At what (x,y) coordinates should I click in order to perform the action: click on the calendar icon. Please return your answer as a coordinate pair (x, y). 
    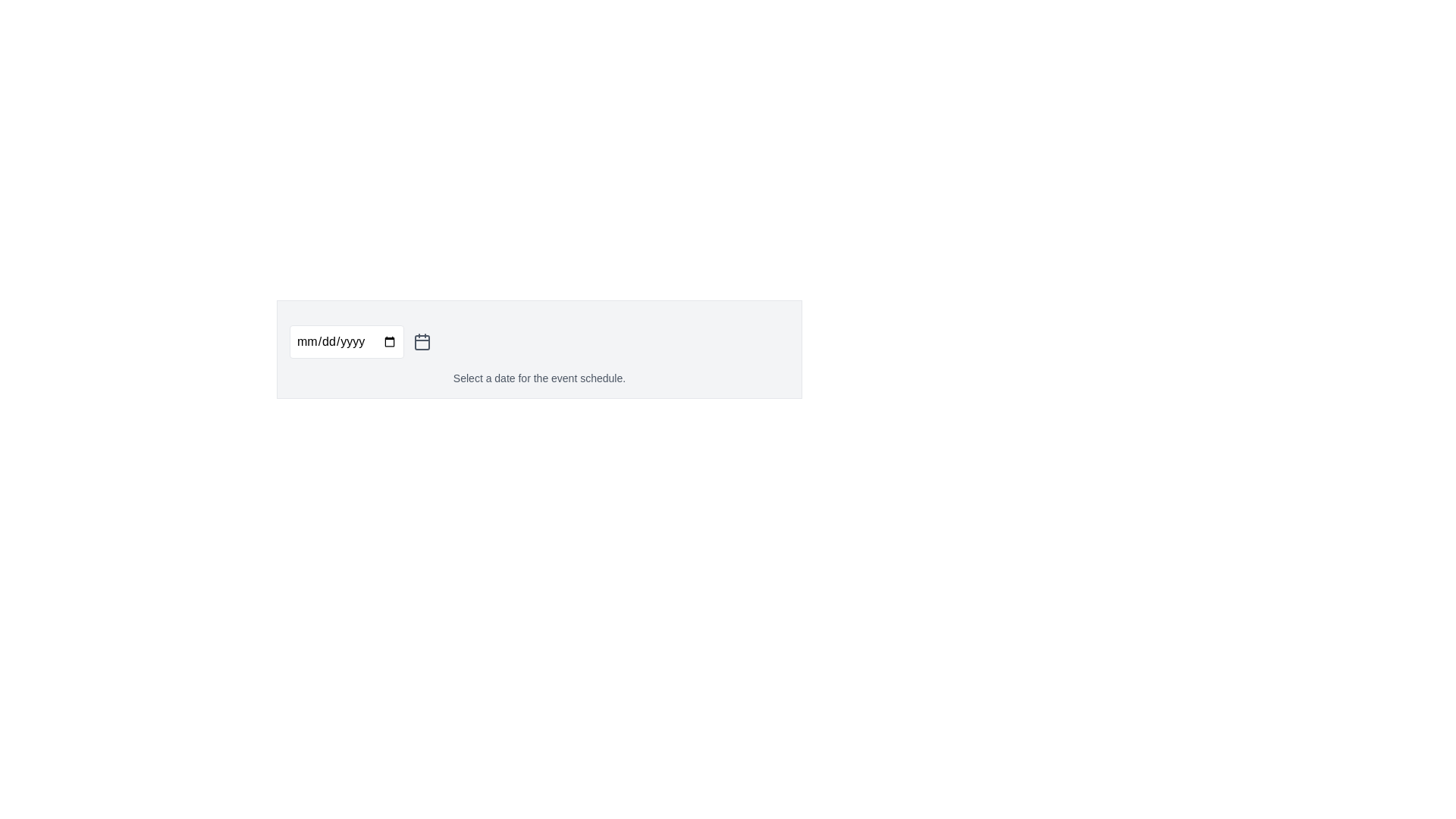
    Looking at the image, I should click on (422, 342).